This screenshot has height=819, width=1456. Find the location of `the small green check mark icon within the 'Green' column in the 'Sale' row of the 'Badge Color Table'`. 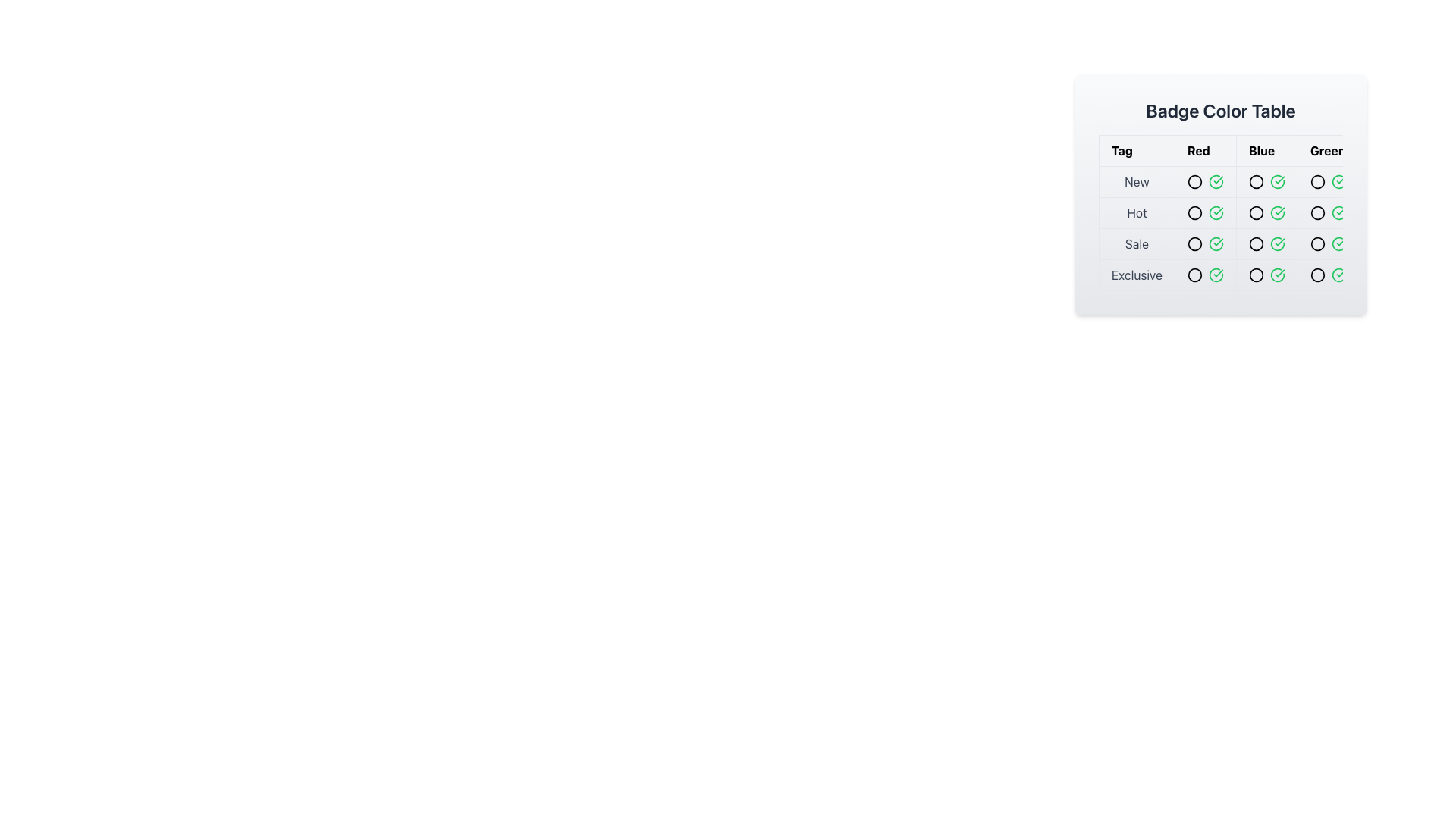

the small green check mark icon within the 'Green' column in the 'Sale' row of the 'Badge Color Table' is located at coordinates (1327, 243).